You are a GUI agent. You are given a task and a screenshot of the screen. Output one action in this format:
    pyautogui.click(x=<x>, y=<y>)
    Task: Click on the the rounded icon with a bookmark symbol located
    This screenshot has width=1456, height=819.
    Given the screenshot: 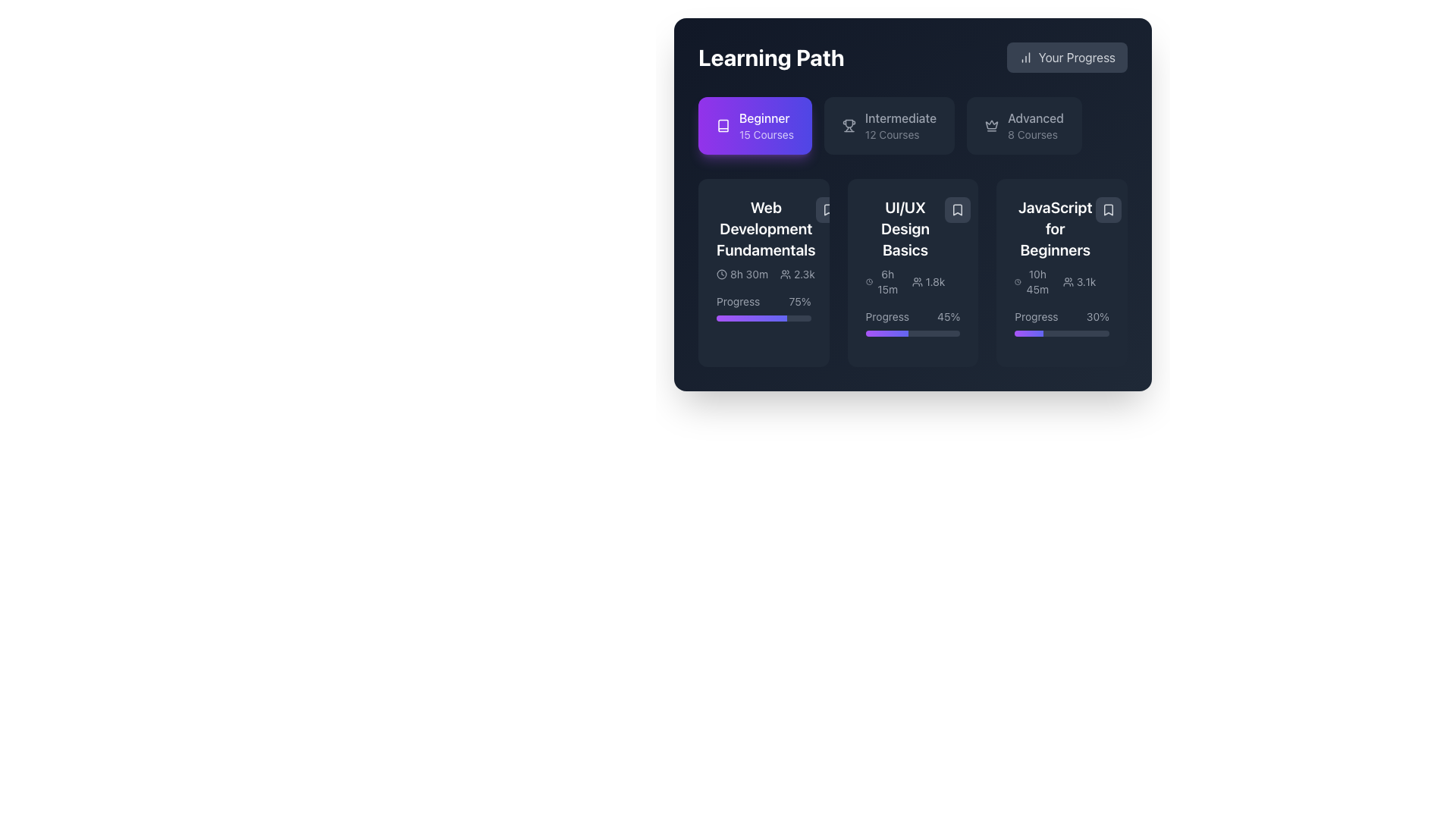 What is the action you would take?
    pyautogui.click(x=957, y=210)
    